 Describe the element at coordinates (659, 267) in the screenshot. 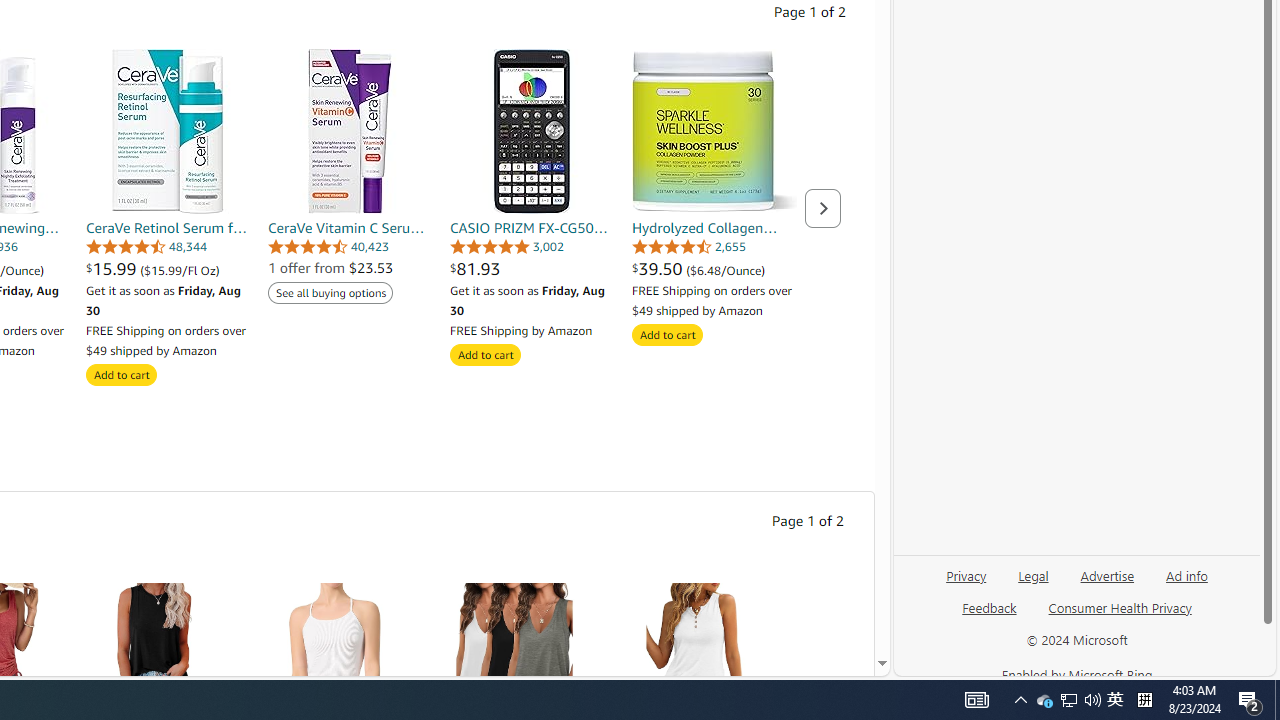

I see `'$39.50 '` at that location.